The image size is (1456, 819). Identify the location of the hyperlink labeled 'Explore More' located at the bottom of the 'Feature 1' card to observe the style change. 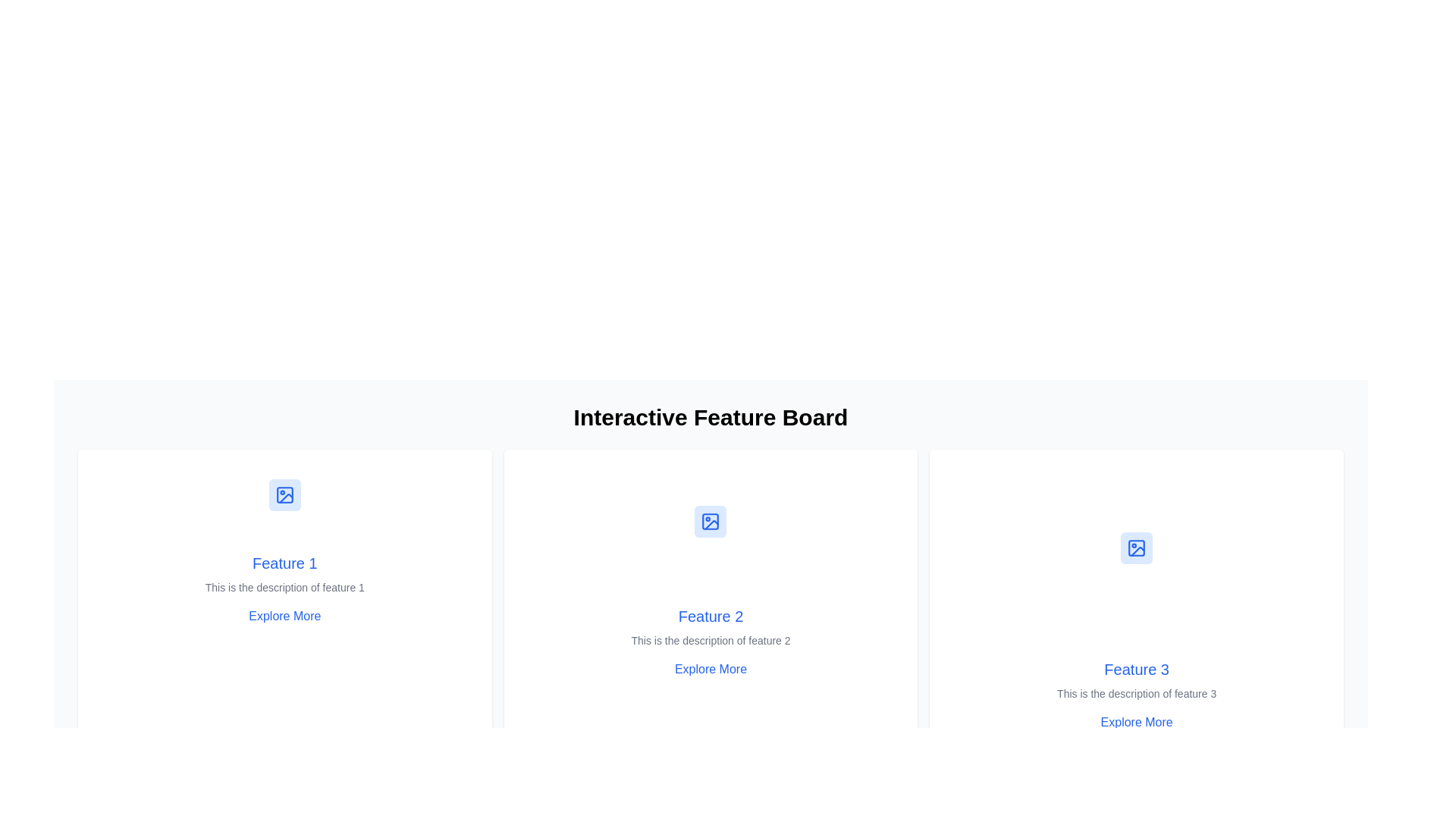
(284, 617).